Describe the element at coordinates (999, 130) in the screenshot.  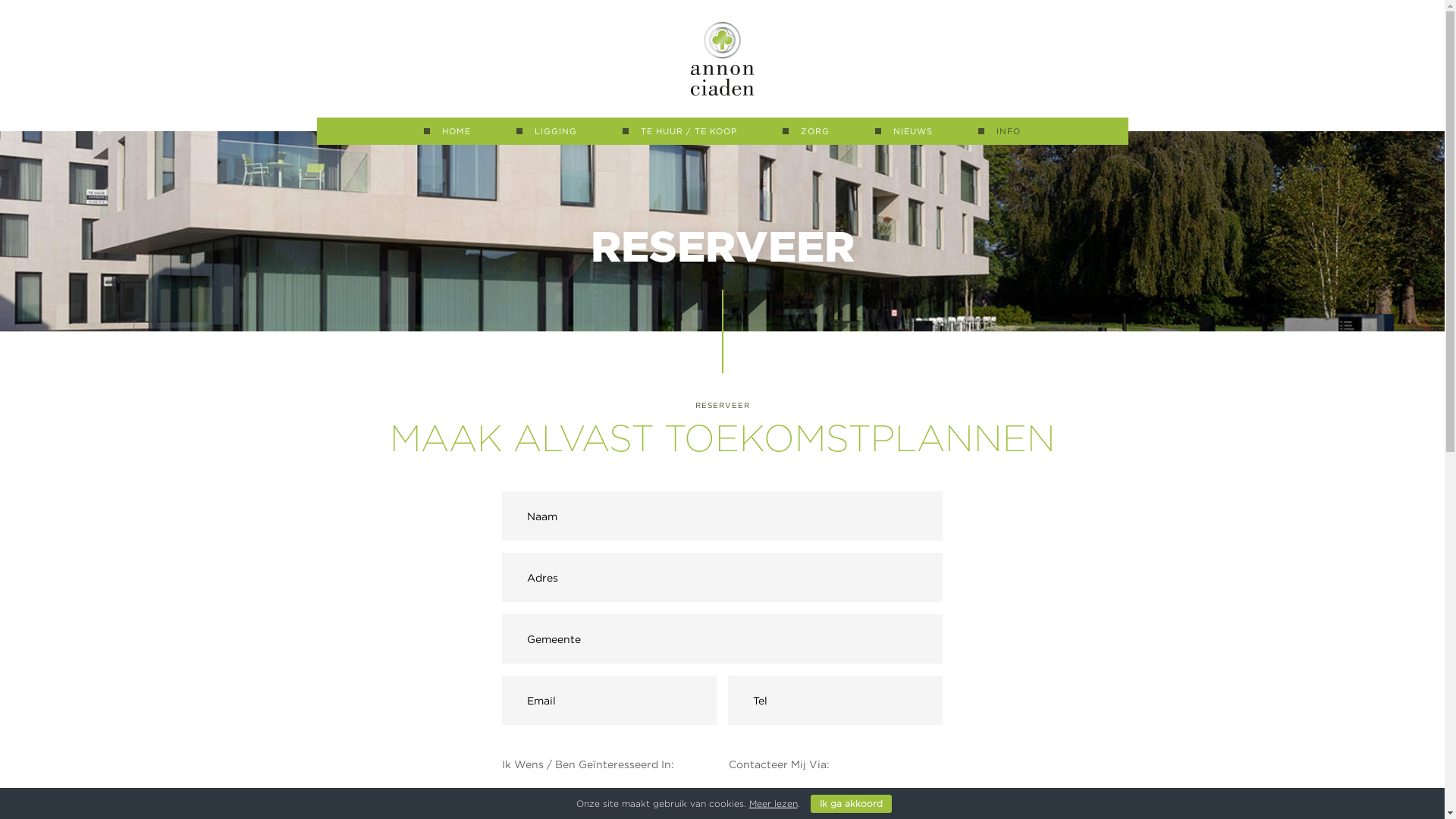
I see `'INFO'` at that location.